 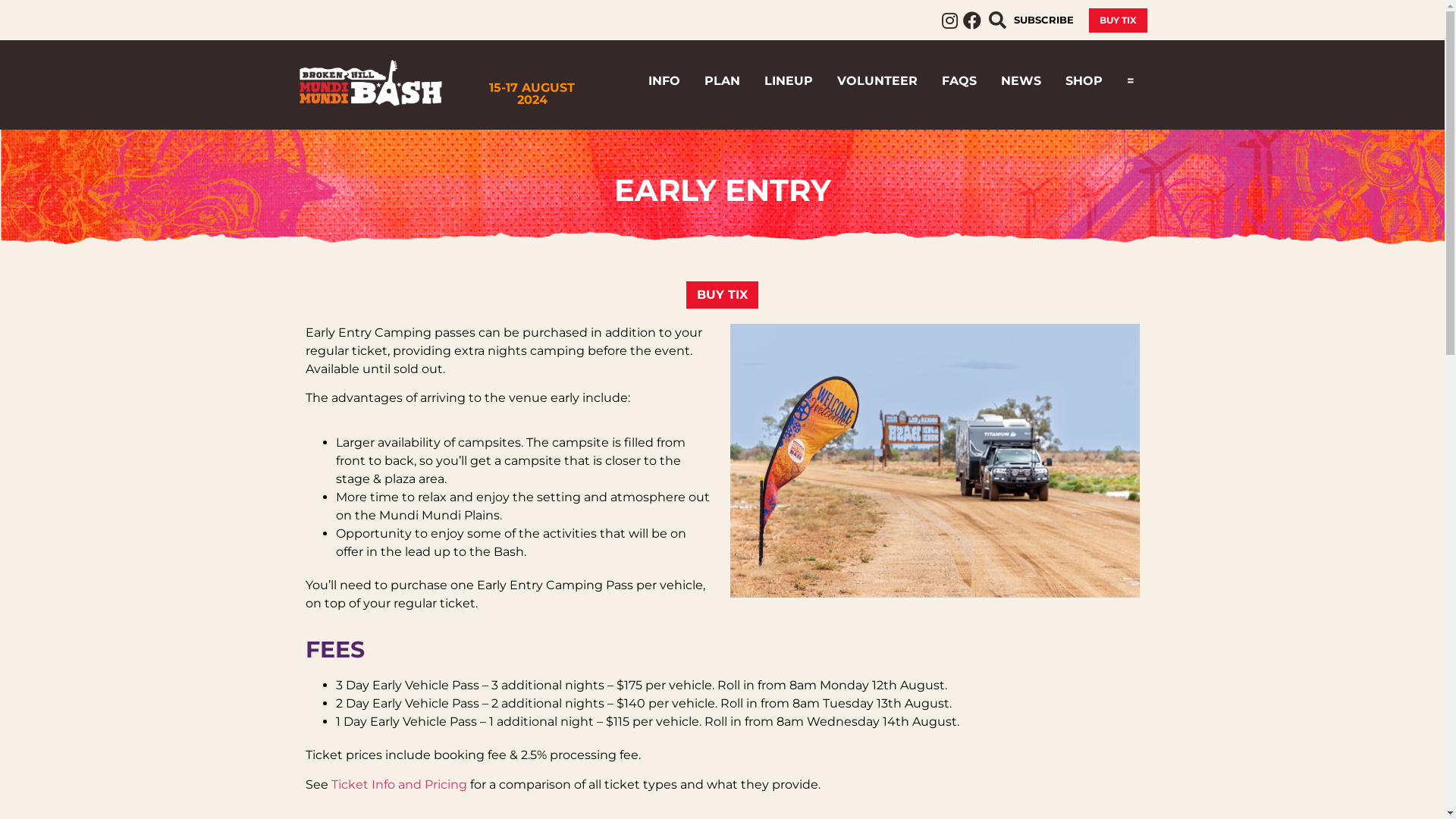 I want to click on 'SUBSCRIBE', so click(x=1042, y=20).